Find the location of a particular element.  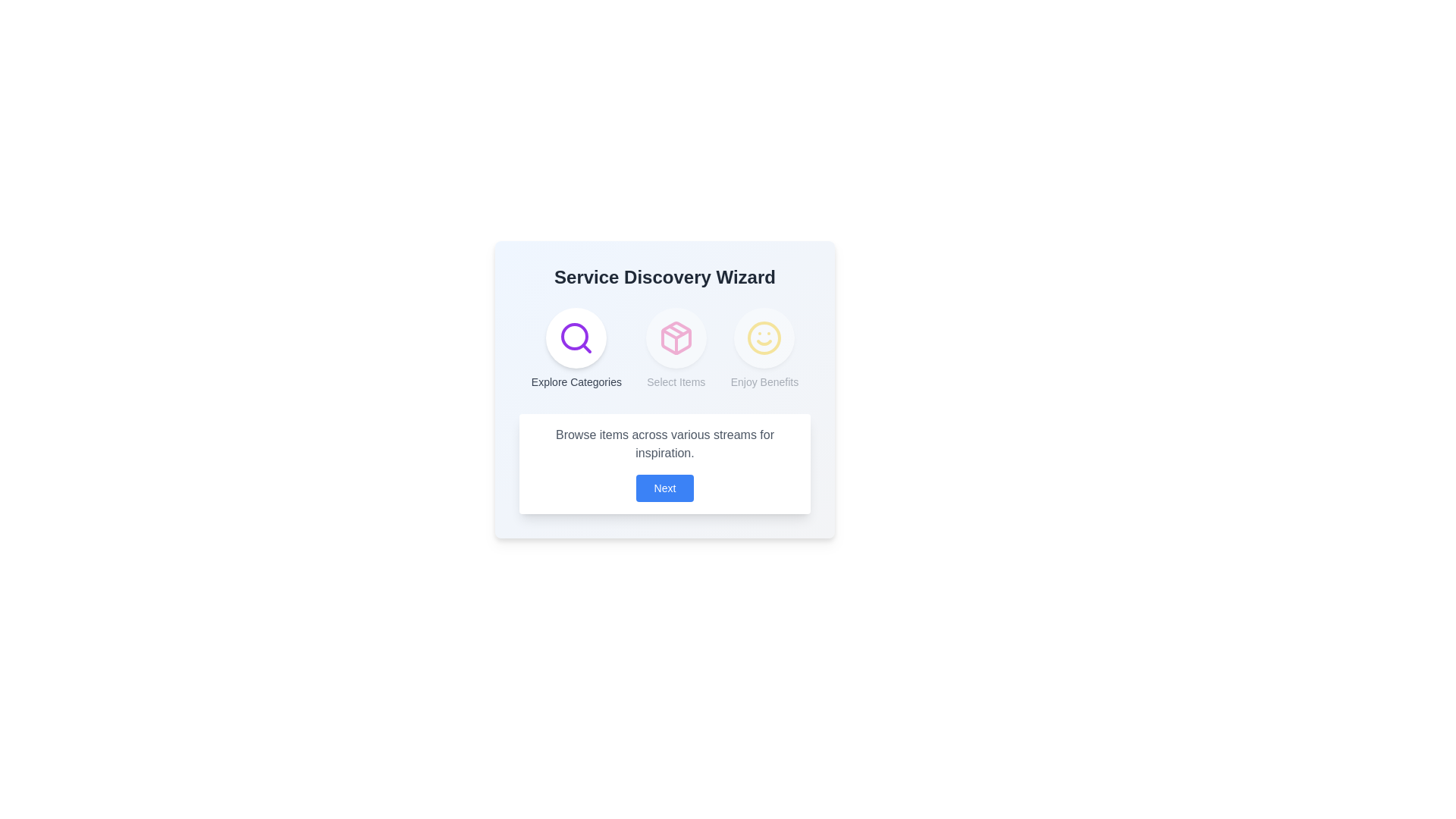

the step icon for Select Items is located at coordinates (675, 337).